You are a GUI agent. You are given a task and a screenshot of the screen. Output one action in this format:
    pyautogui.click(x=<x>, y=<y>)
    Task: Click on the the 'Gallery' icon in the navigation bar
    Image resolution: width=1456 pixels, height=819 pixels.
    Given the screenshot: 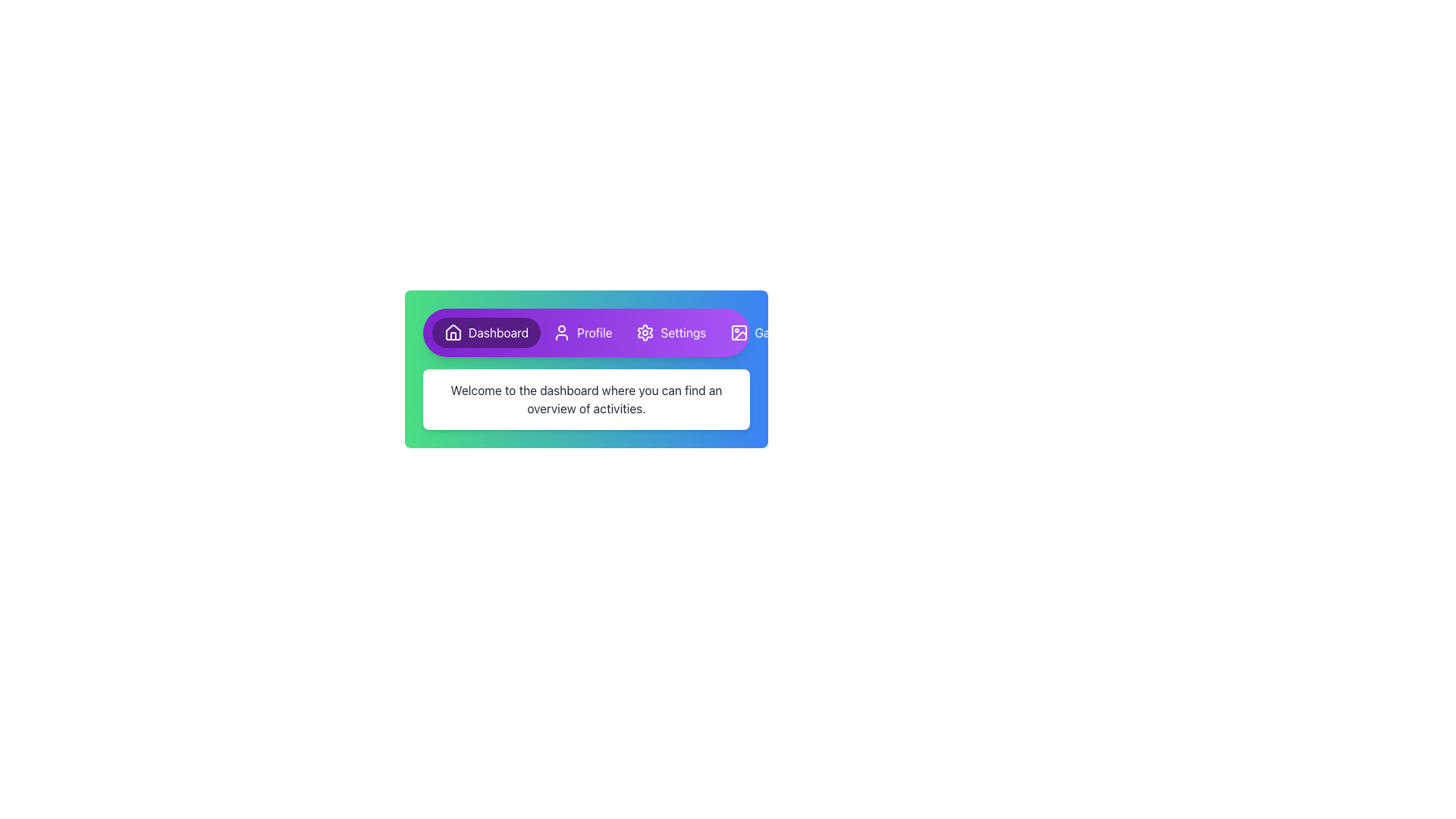 What is the action you would take?
    pyautogui.click(x=739, y=332)
    